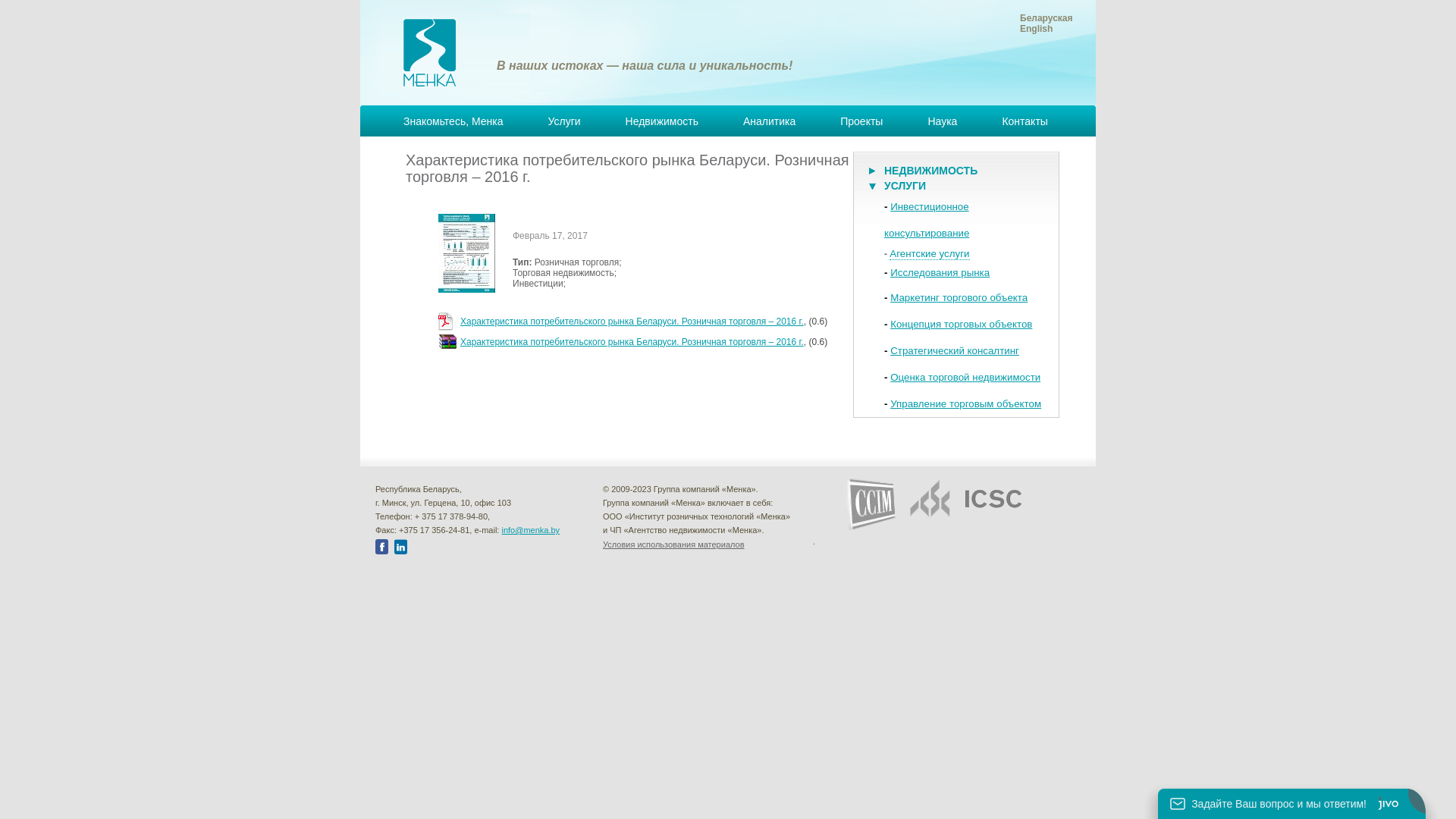 The image size is (1456, 819). I want to click on '.', so click(813, 540).